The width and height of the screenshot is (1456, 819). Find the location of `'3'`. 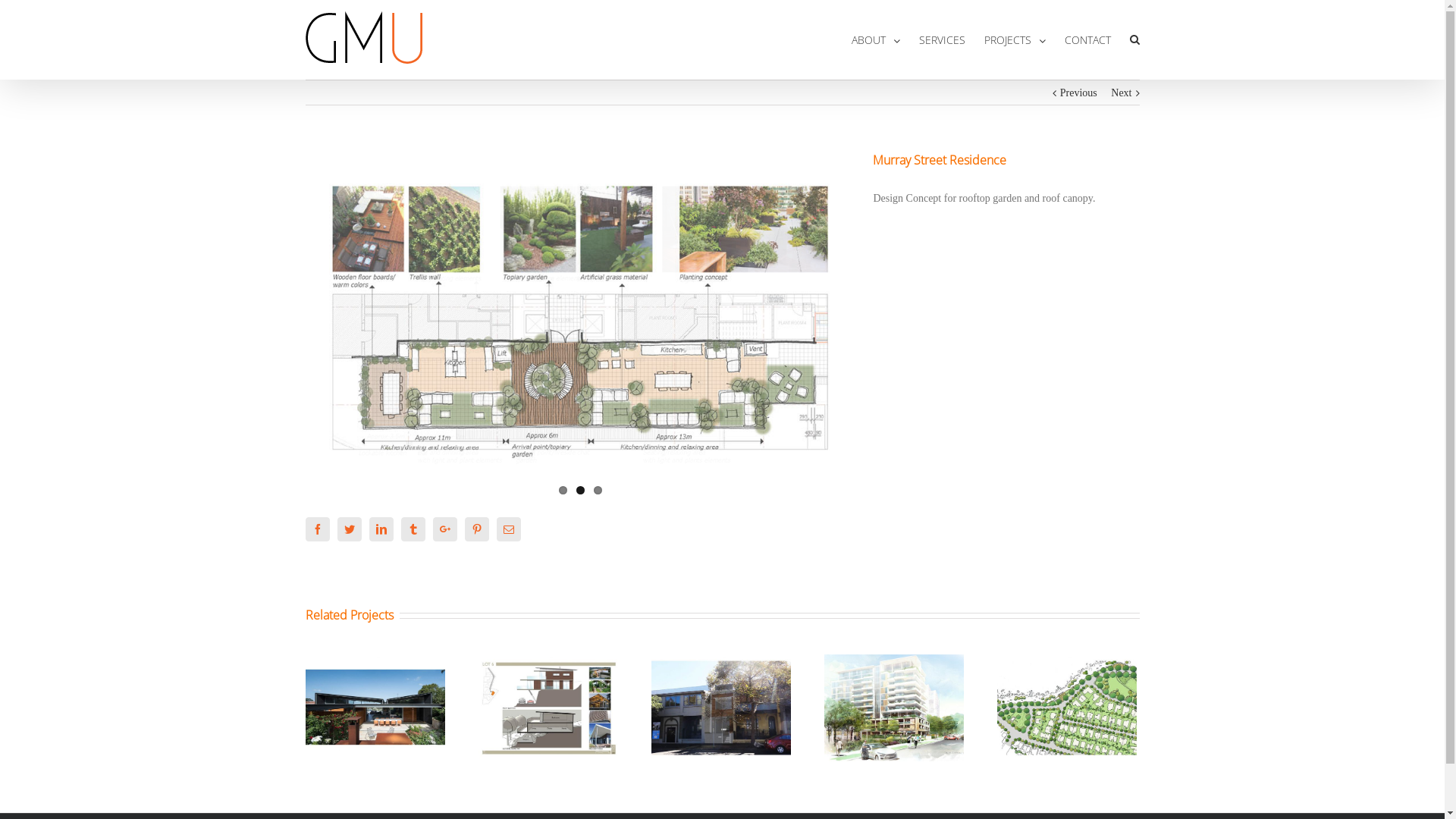

'3' is located at coordinates (592, 490).